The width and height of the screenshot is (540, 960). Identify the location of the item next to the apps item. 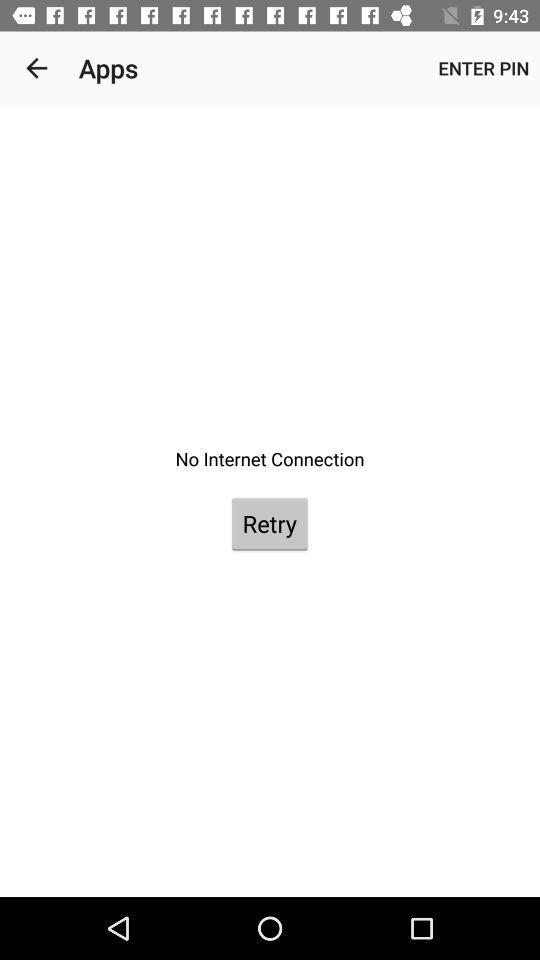
(482, 68).